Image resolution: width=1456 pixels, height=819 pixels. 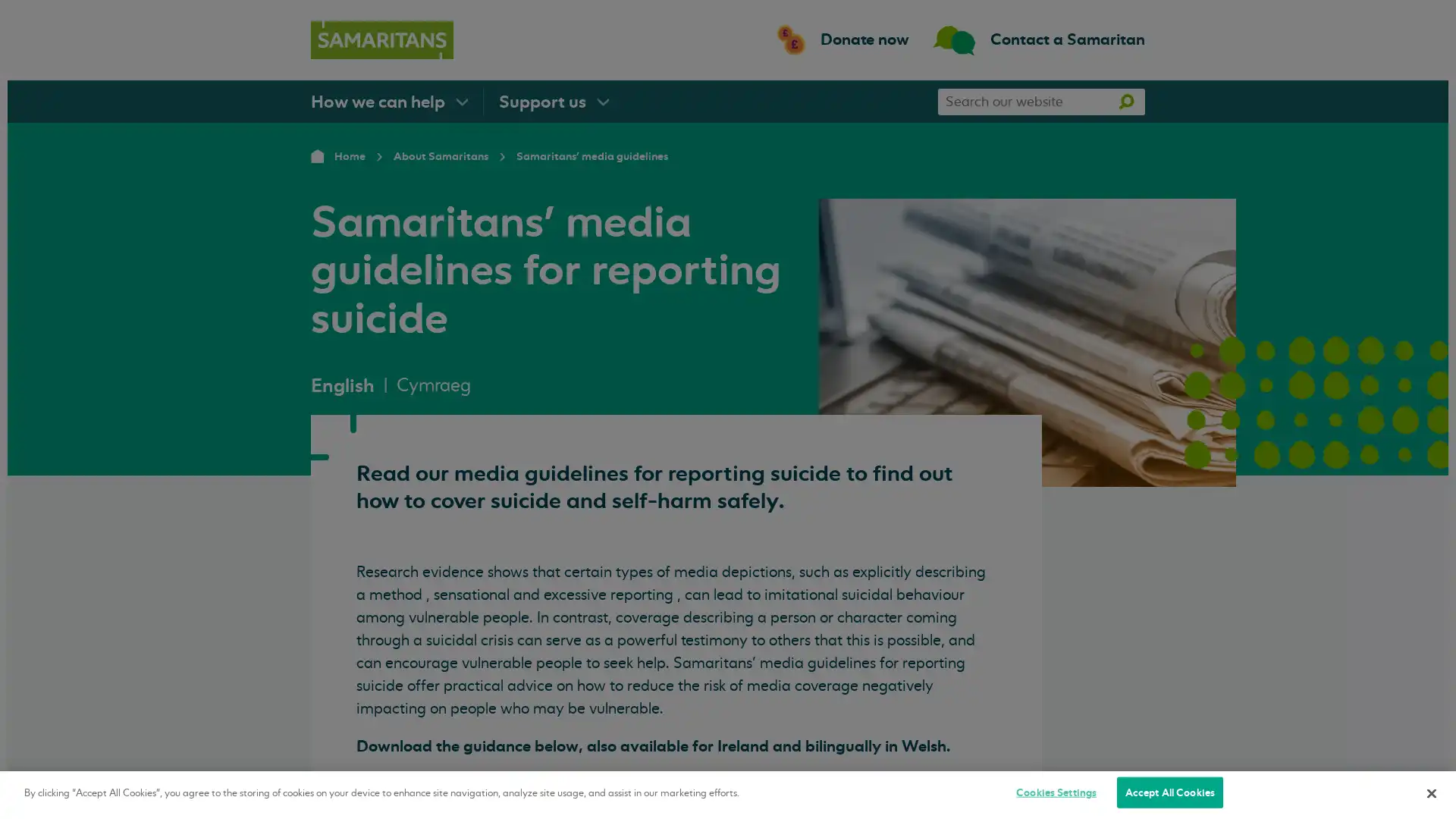 I want to click on Search, so click(x=1125, y=101).